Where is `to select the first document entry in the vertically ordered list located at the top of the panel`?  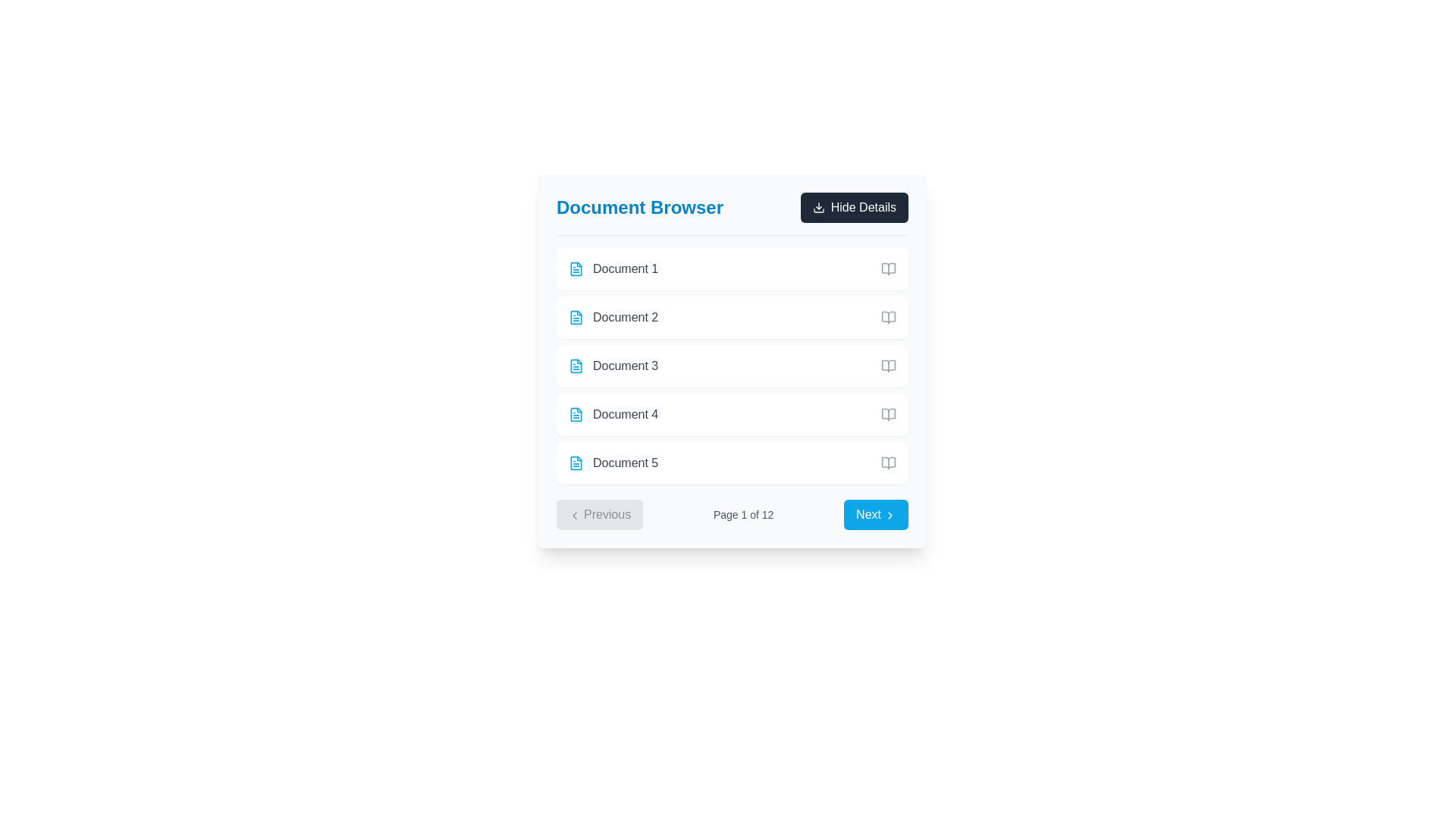 to select the first document entry in the vertically ordered list located at the top of the panel is located at coordinates (732, 268).